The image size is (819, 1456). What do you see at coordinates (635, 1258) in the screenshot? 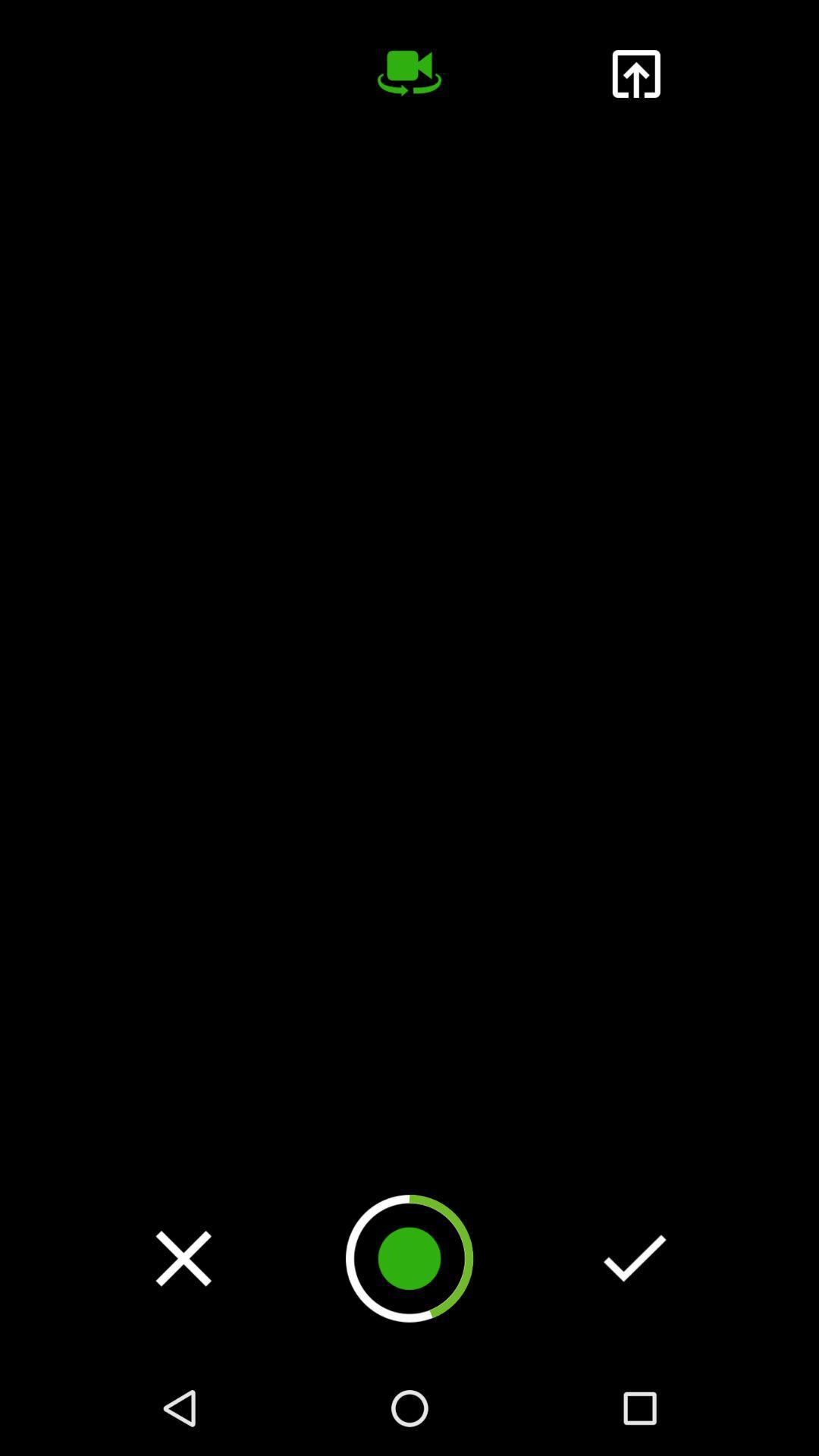
I see `advance check` at bounding box center [635, 1258].